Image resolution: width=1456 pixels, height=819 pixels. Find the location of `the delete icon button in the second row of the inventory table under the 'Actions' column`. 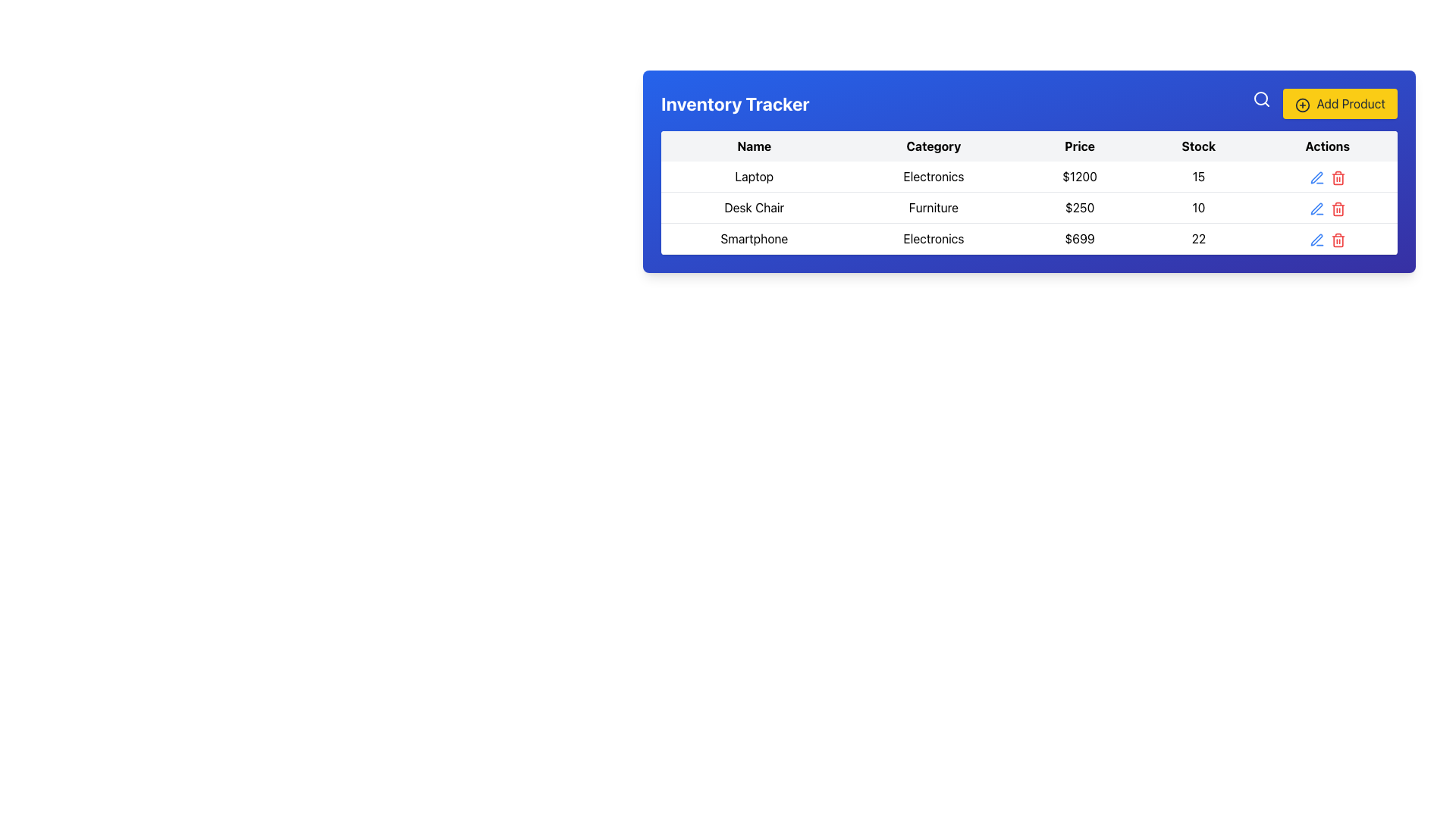

the delete icon button in the second row of the inventory table under the 'Actions' column is located at coordinates (1338, 209).